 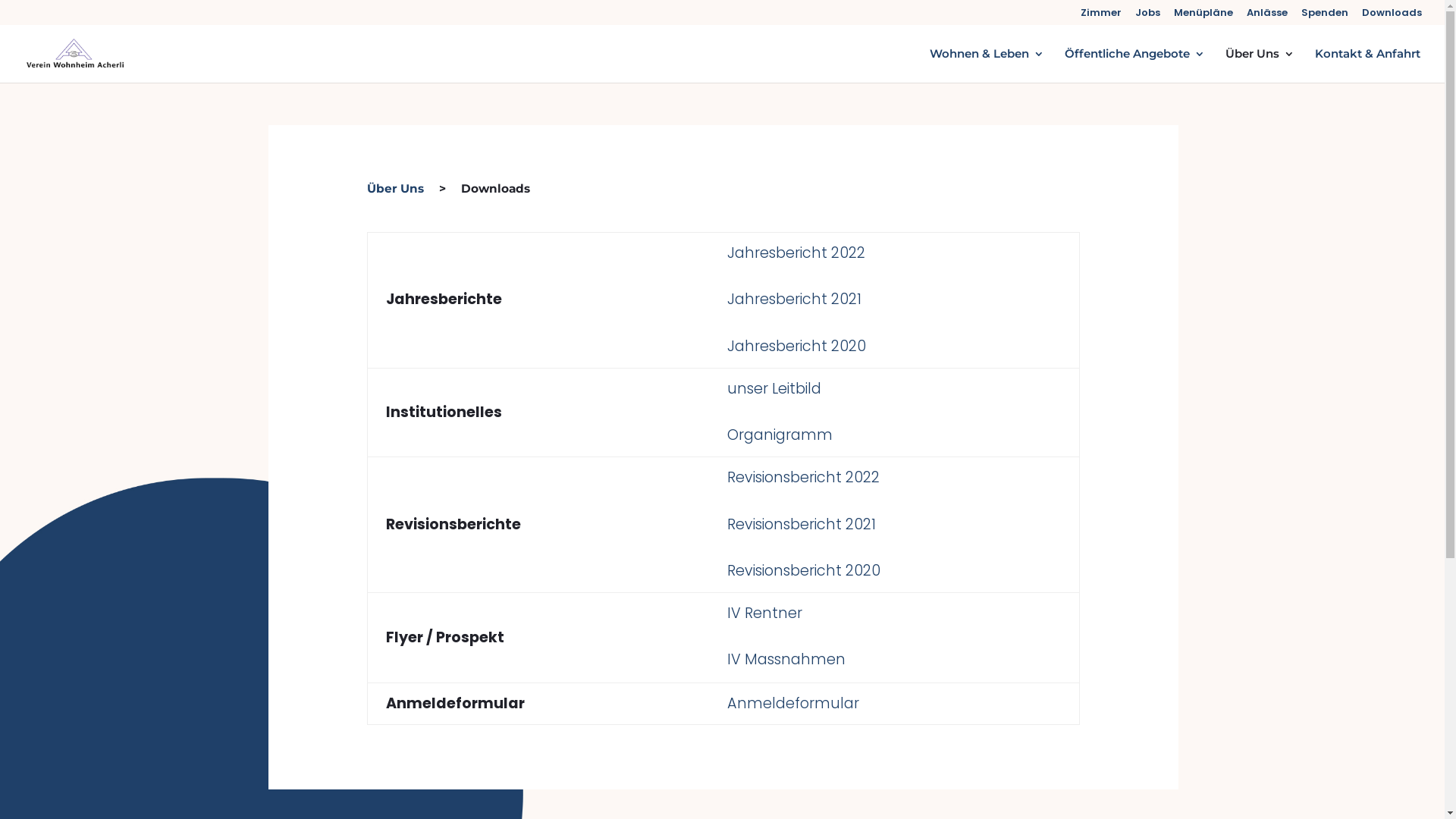 What do you see at coordinates (795, 252) in the screenshot?
I see `'Jahresbericht 2022'` at bounding box center [795, 252].